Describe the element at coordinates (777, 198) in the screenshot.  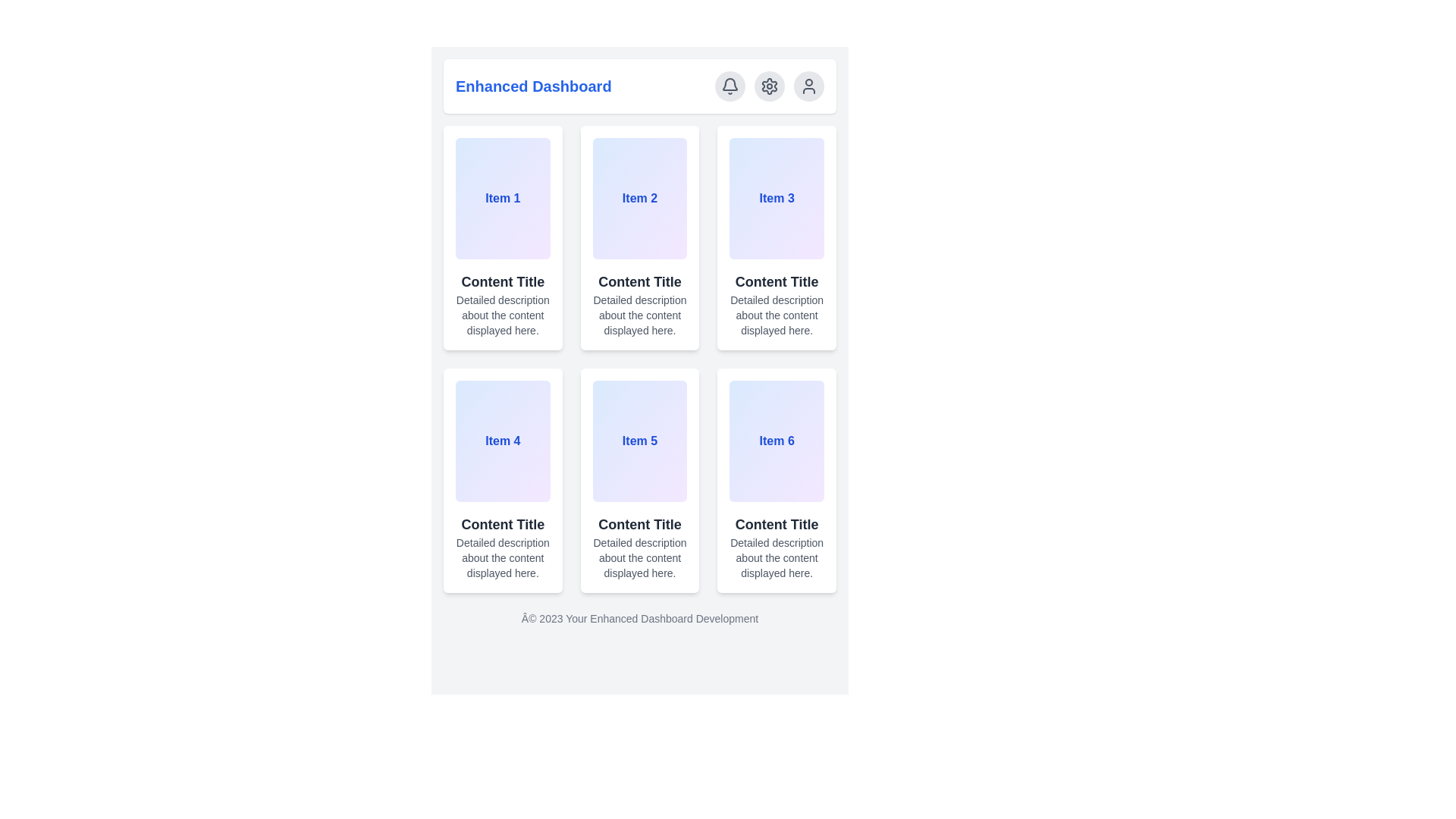
I see `the rectangular Tile or card with a gradient background from blue to purple, containing the text 'Item 3' in bold blue font at the center, located in the top-right corner of the second row of items in the grid layout` at that location.